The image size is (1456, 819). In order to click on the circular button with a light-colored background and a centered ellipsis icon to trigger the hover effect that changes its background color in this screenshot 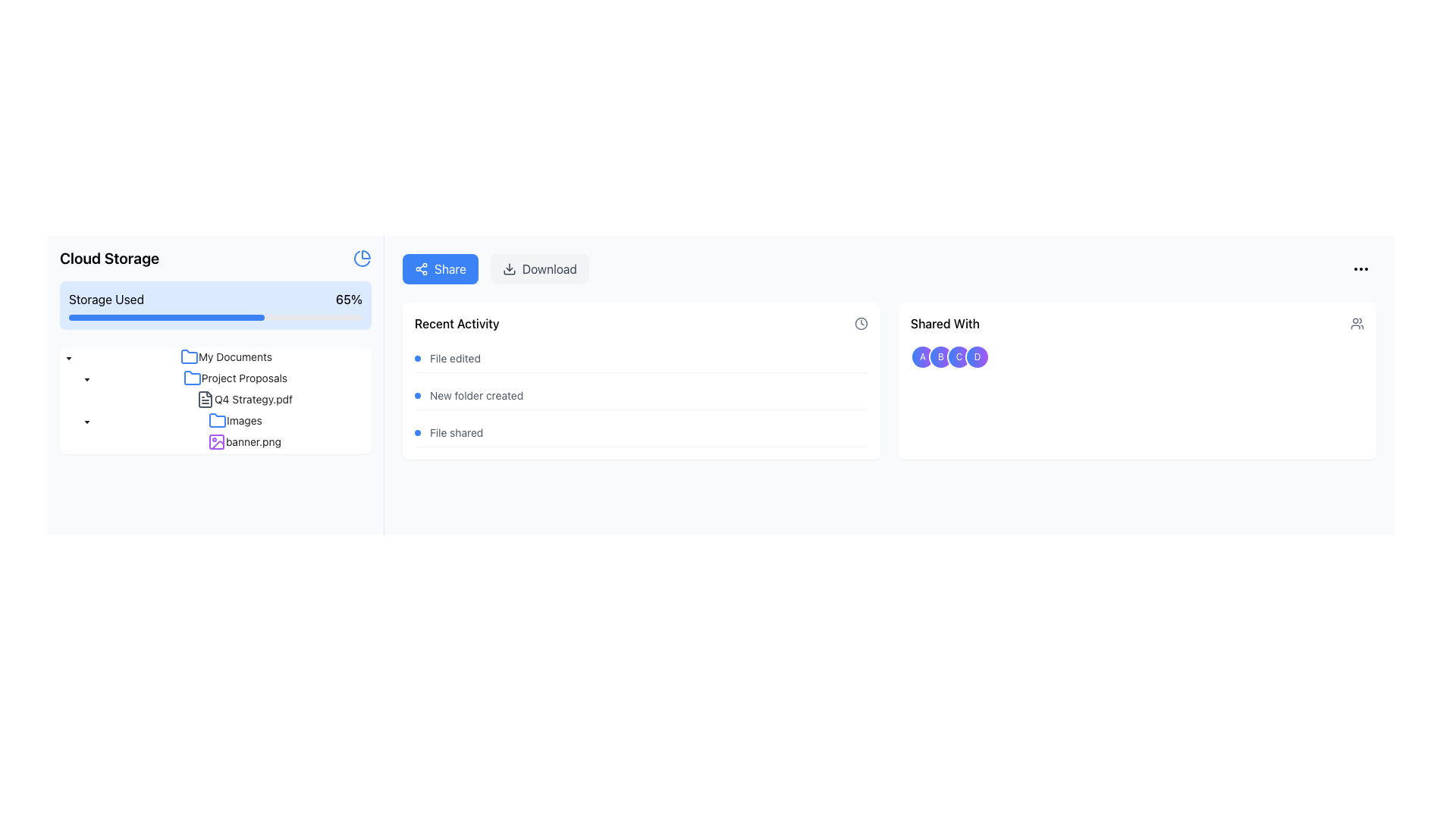, I will do `click(1361, 268)`.